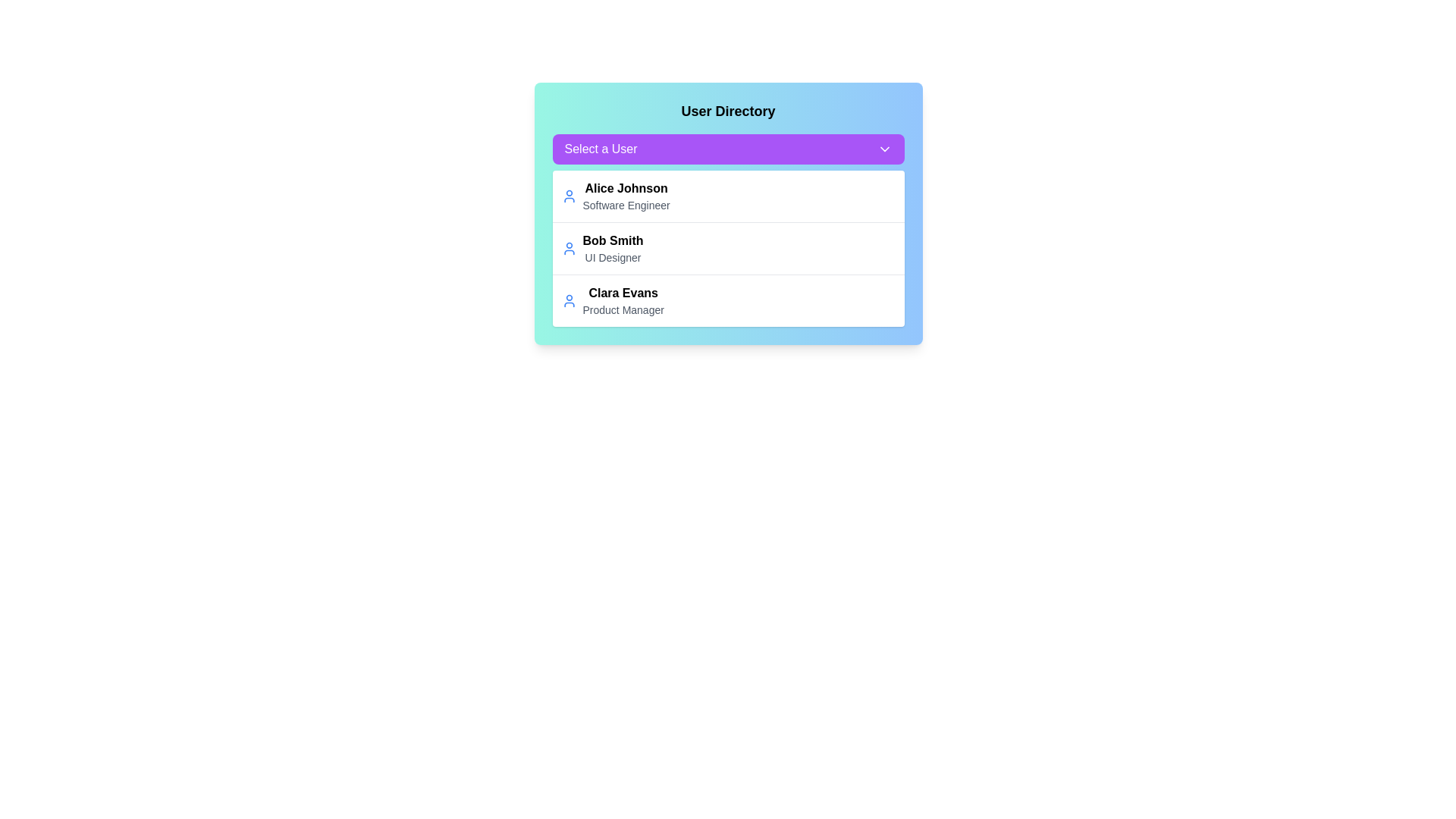  I want to click on the second entry in the User Directory list, which represents a selectable user and provides user information, so click(728, 247).